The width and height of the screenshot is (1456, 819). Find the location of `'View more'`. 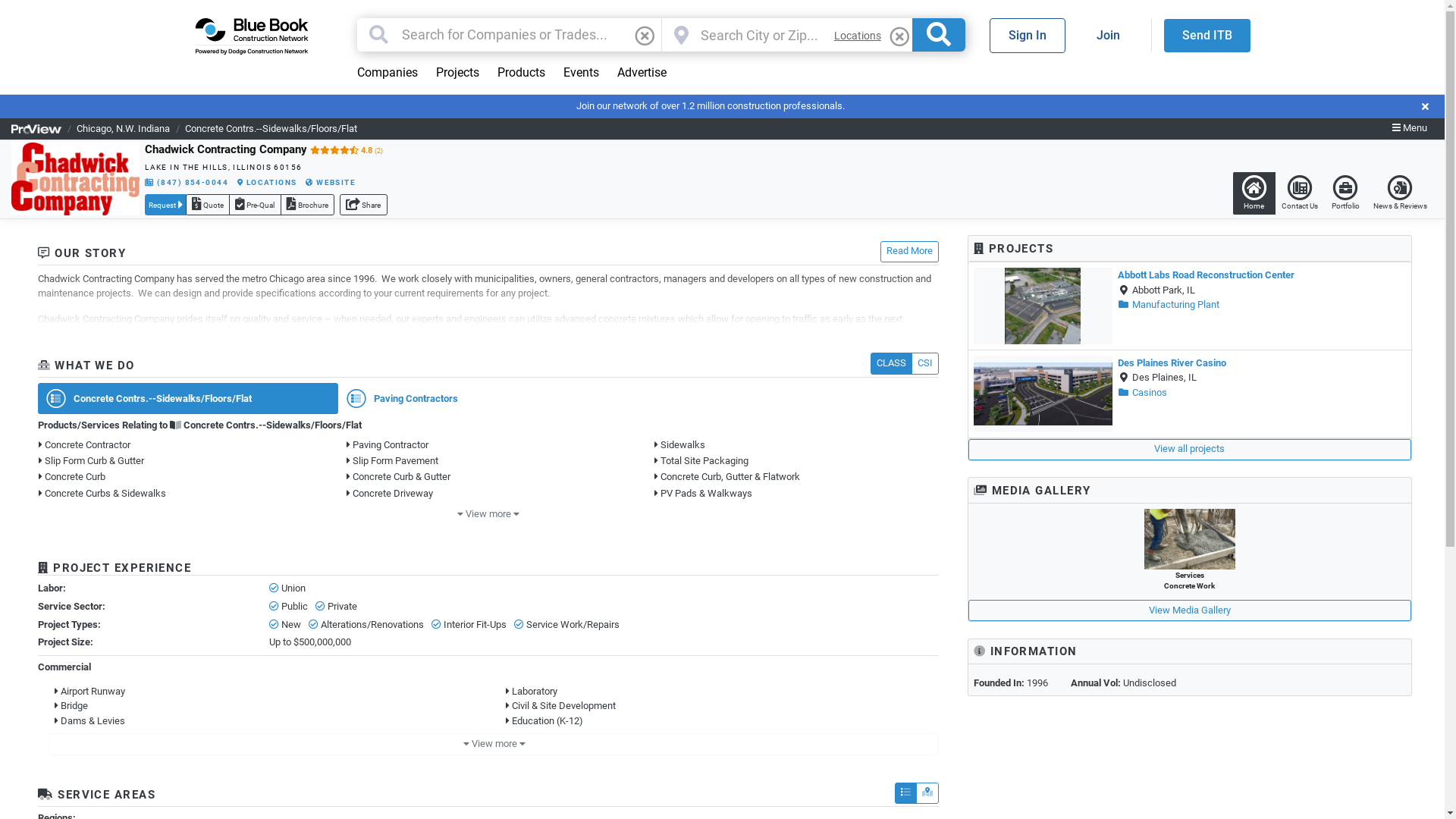

'View more' is located at coordinates (488, 513).